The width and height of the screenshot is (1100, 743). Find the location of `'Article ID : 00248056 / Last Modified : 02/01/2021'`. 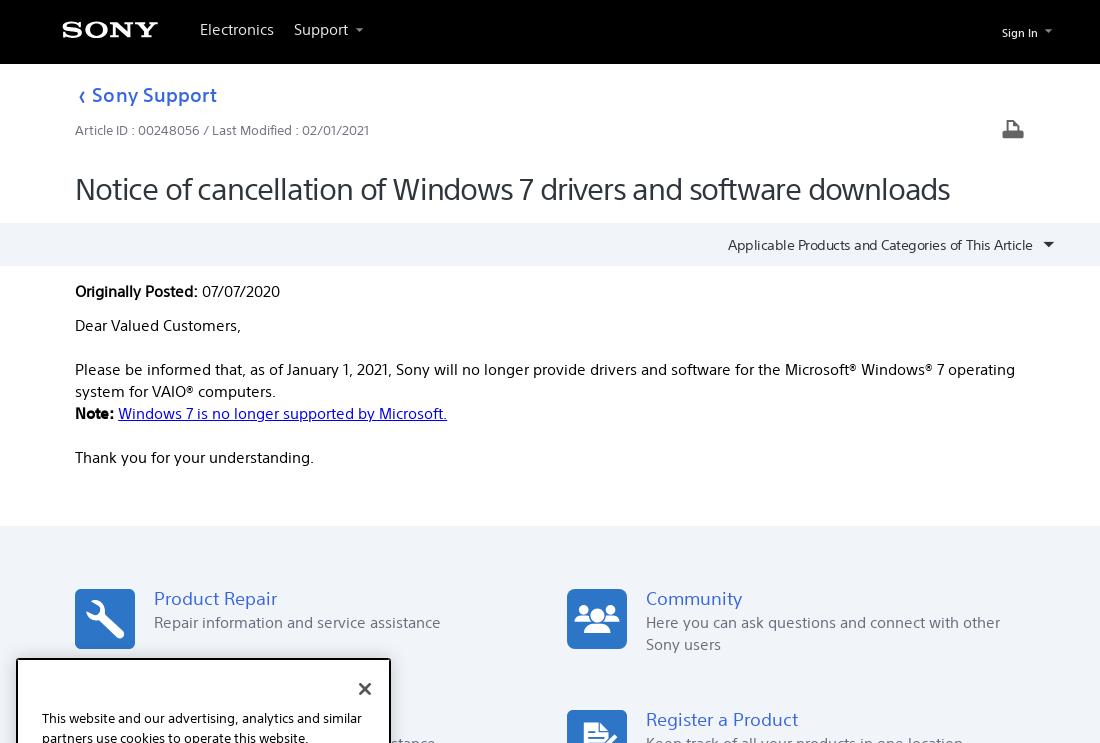

'Article ID : 00248056 / Last Modified : 02/01/2021' is located at coordinates (221, 130).